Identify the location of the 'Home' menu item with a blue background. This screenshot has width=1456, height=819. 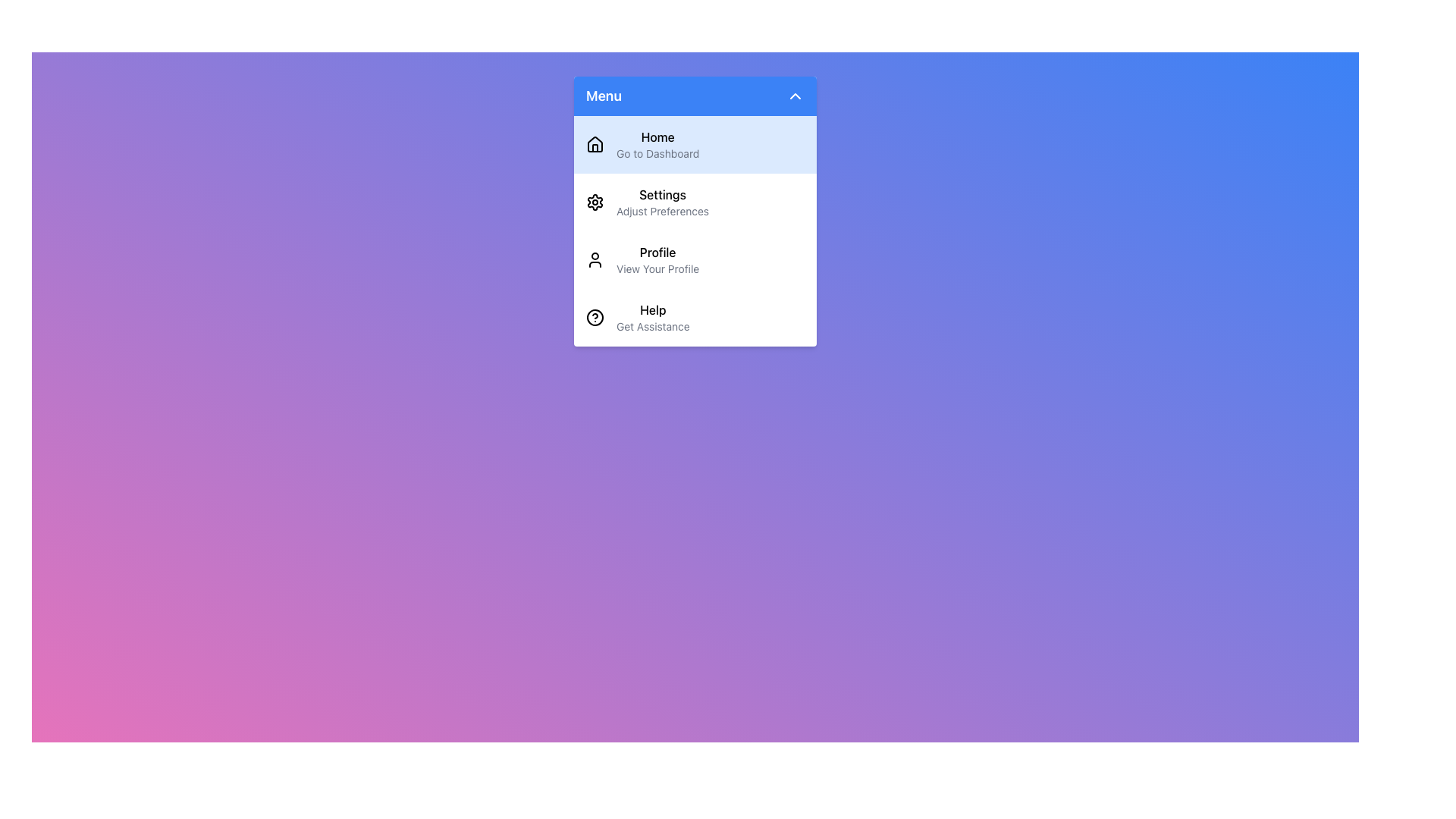
(694, 145).